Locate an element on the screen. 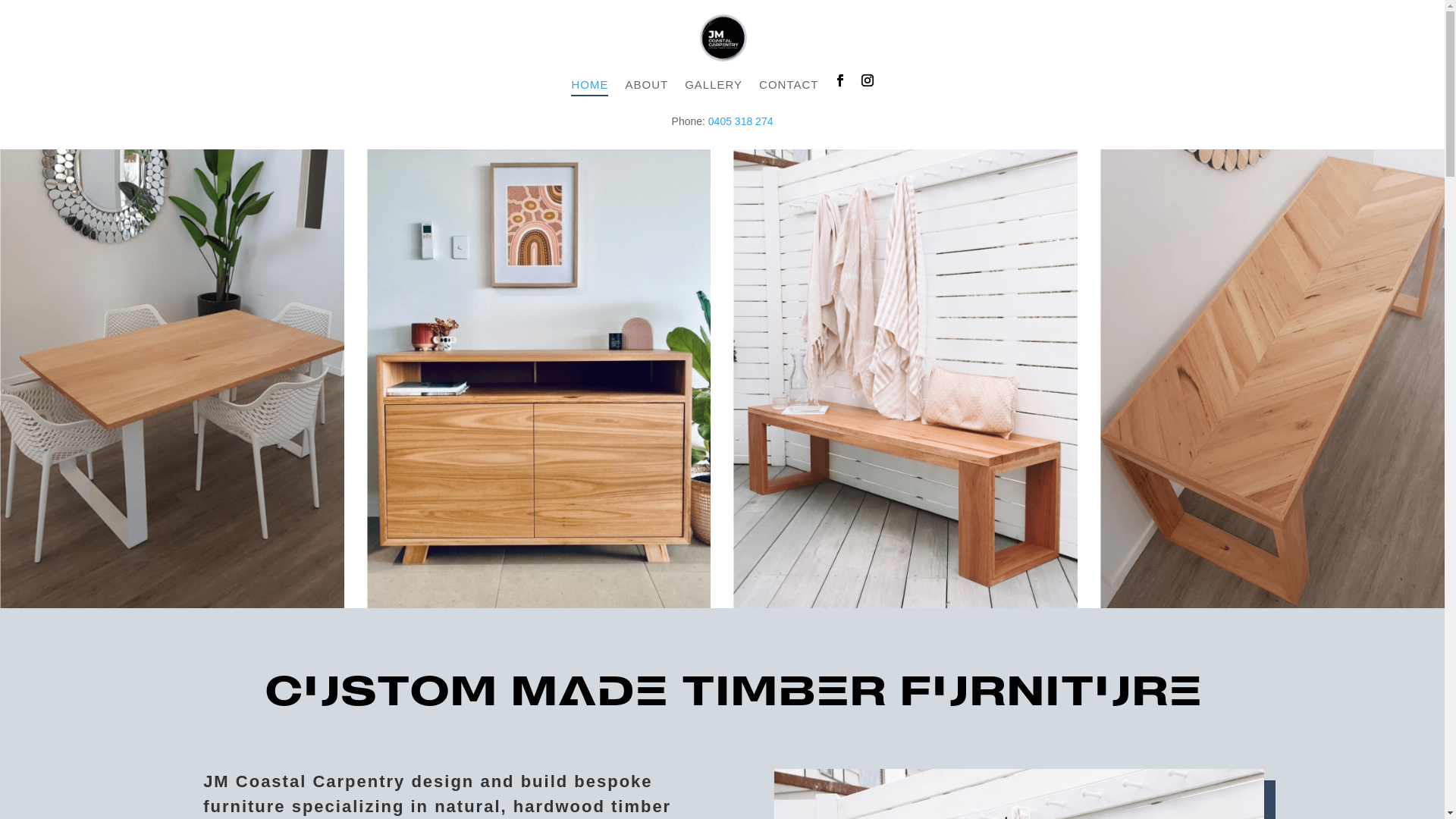 This screenshot has height=819, width=1456. 'CONTACT' is located at coordinates (759, 96).